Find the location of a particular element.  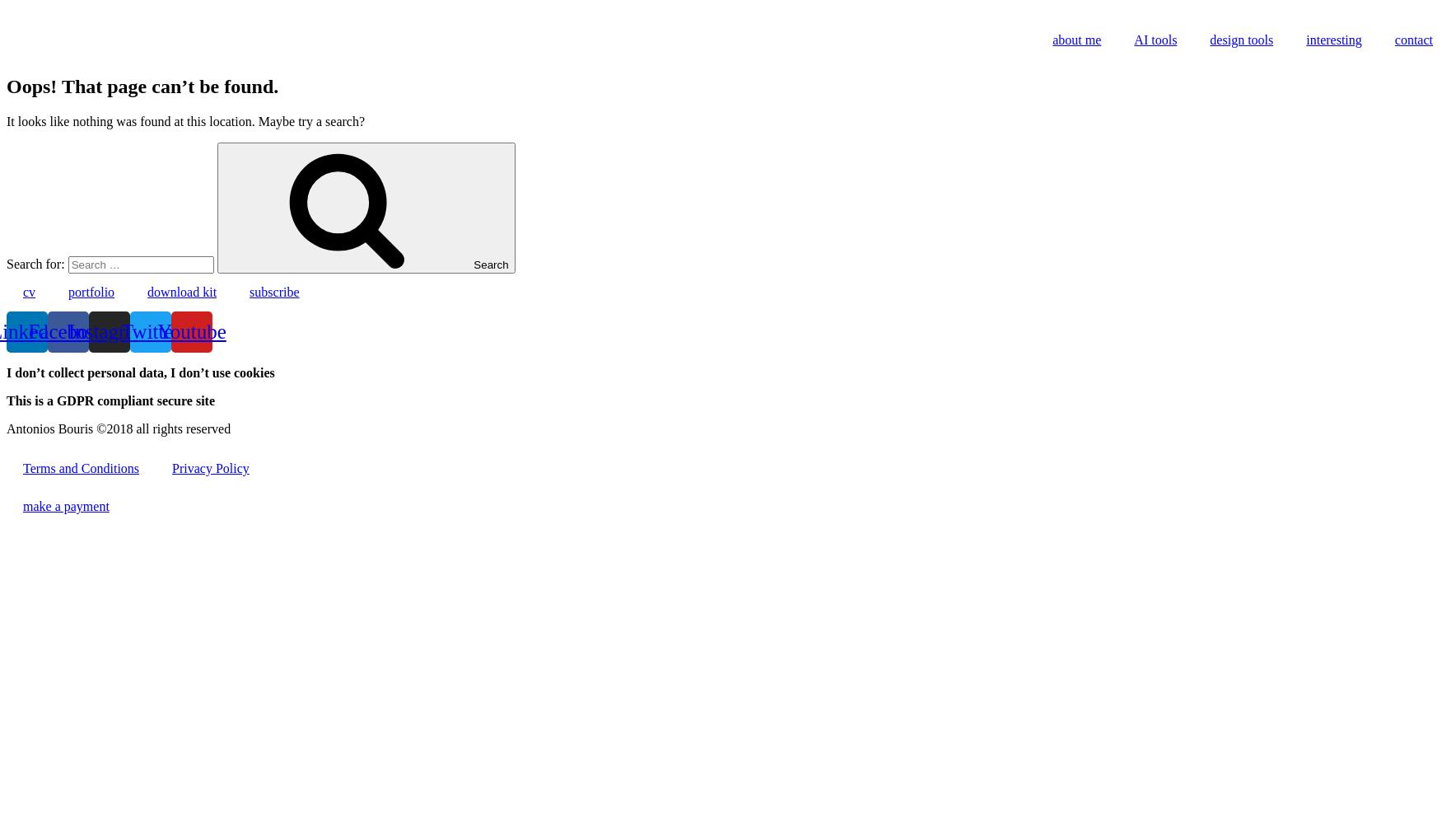

'Oops! That page can’t be found.' is located at coordinates (142, 85).